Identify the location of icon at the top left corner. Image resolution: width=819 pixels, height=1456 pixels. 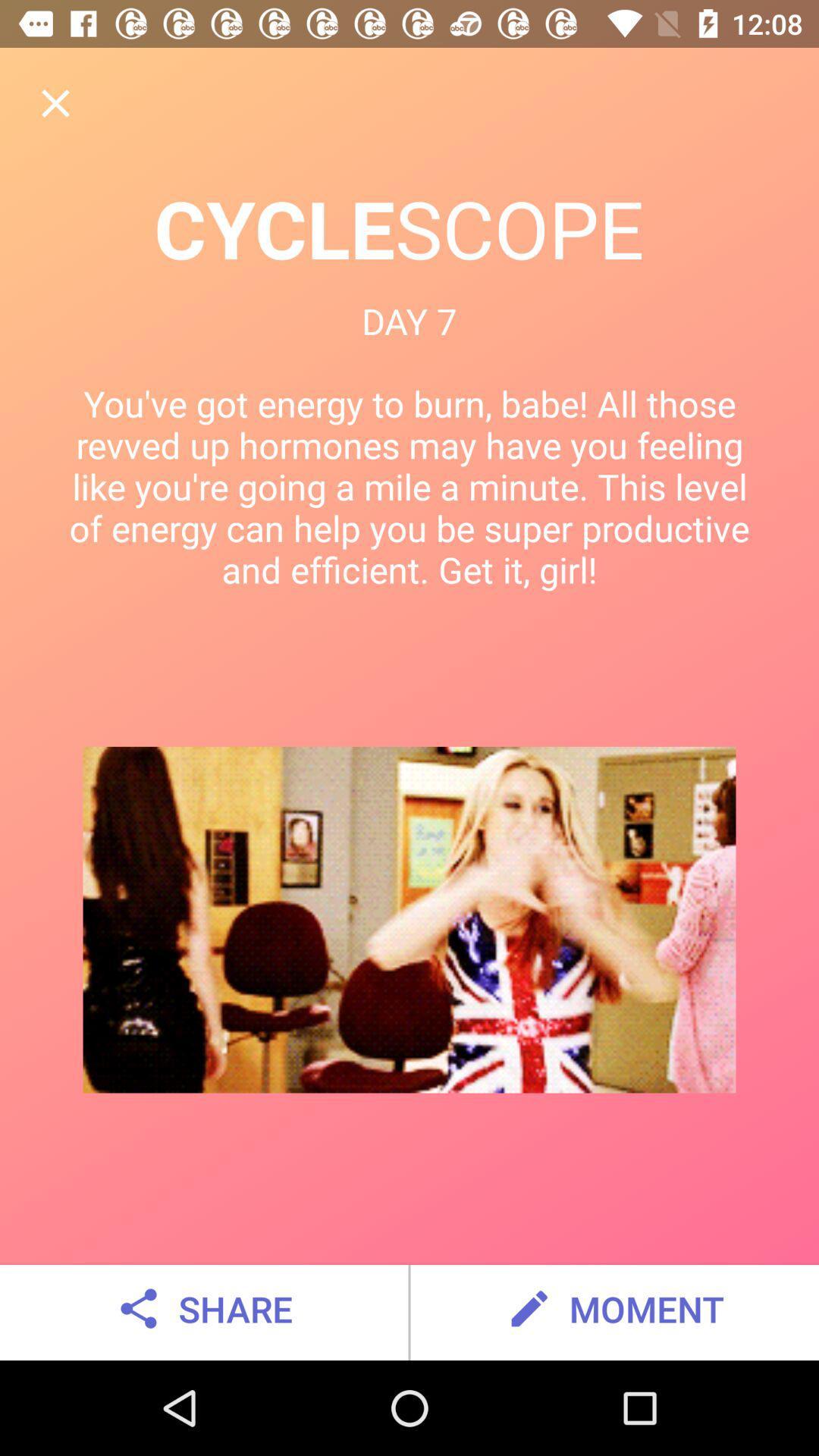
(55, 102).